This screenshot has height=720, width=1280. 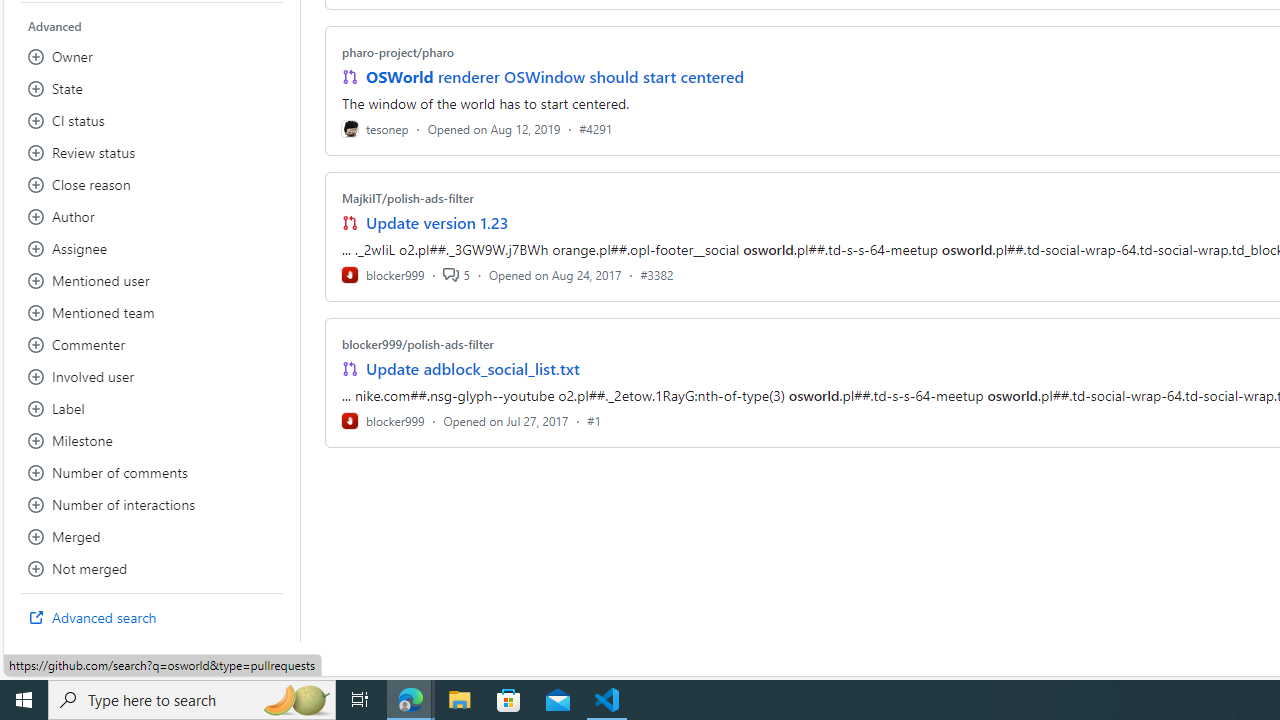 I want to click on 'Advanced search', so click(x=151, y=617).